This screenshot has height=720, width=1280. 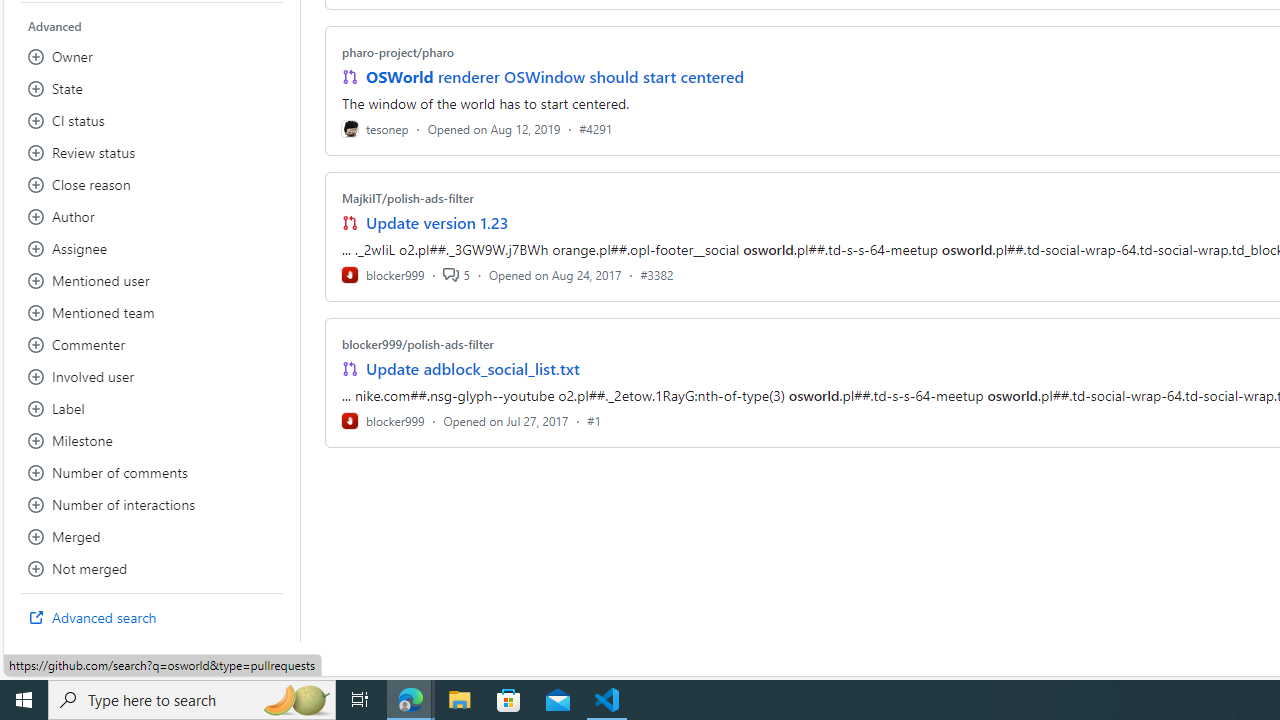 I want to click on 'Advanced search', so click(x=151, y=617).